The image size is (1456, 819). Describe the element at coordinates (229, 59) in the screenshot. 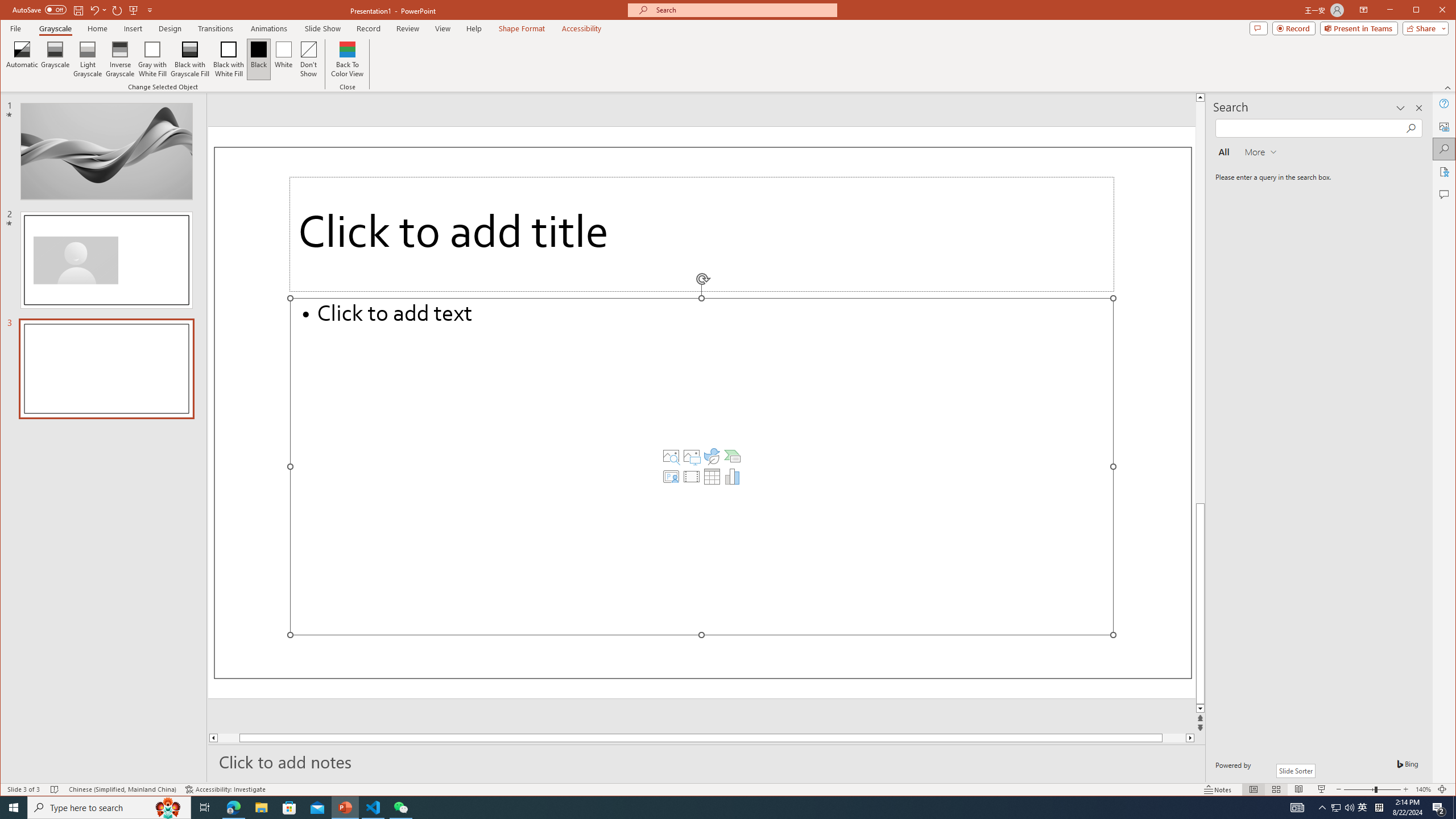

I see `'Black with White Fill'` at that location.